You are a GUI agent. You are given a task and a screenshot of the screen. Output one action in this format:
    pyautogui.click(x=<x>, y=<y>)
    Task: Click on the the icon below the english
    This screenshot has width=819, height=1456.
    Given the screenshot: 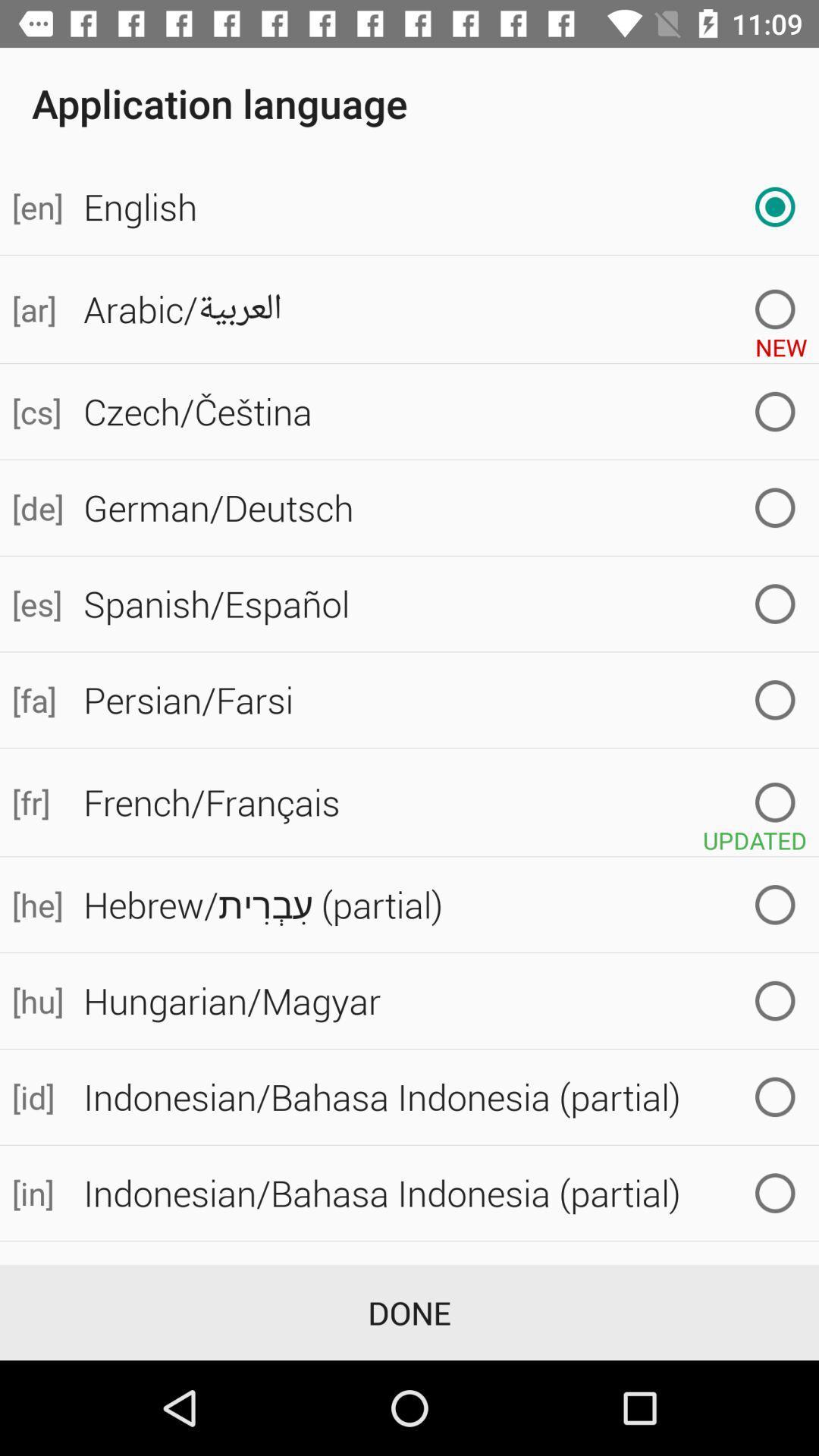 What is the action you would take?
    pyautogui.click(x=781, y=340)
    